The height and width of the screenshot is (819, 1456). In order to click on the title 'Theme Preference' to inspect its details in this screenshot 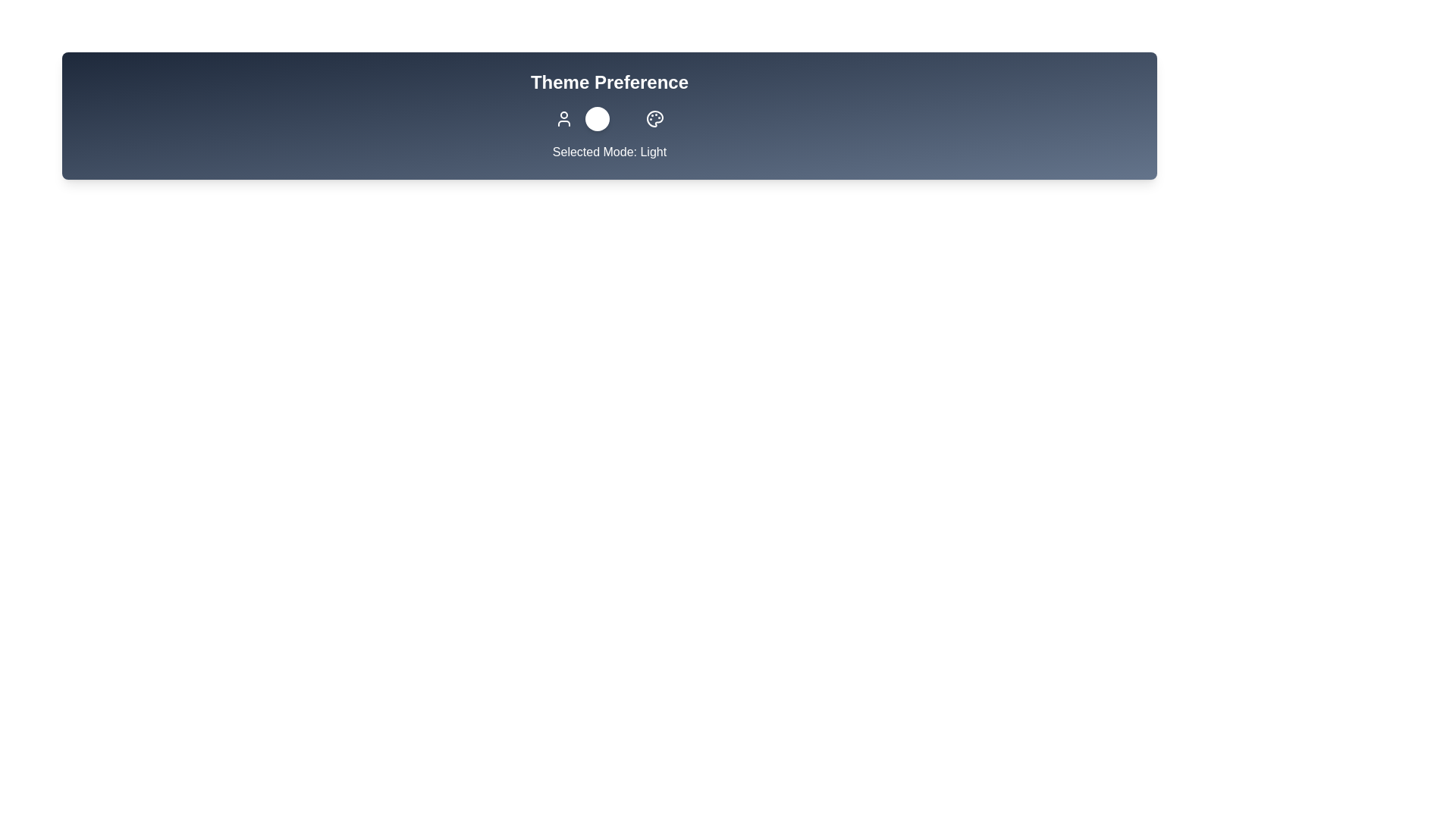, I will do `click(608, 82)`.